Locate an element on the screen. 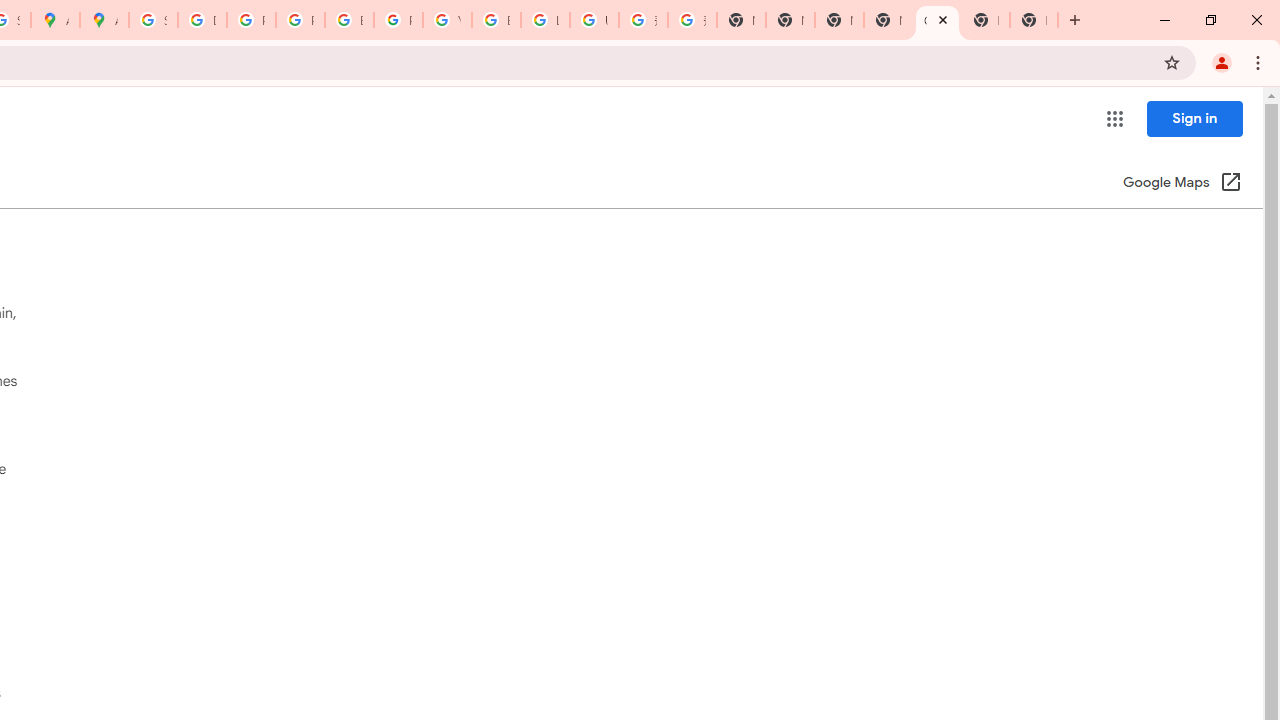 The height and width of the screenshot is (720, 1280). 'New Tab' is located at coordinates (986, 20).